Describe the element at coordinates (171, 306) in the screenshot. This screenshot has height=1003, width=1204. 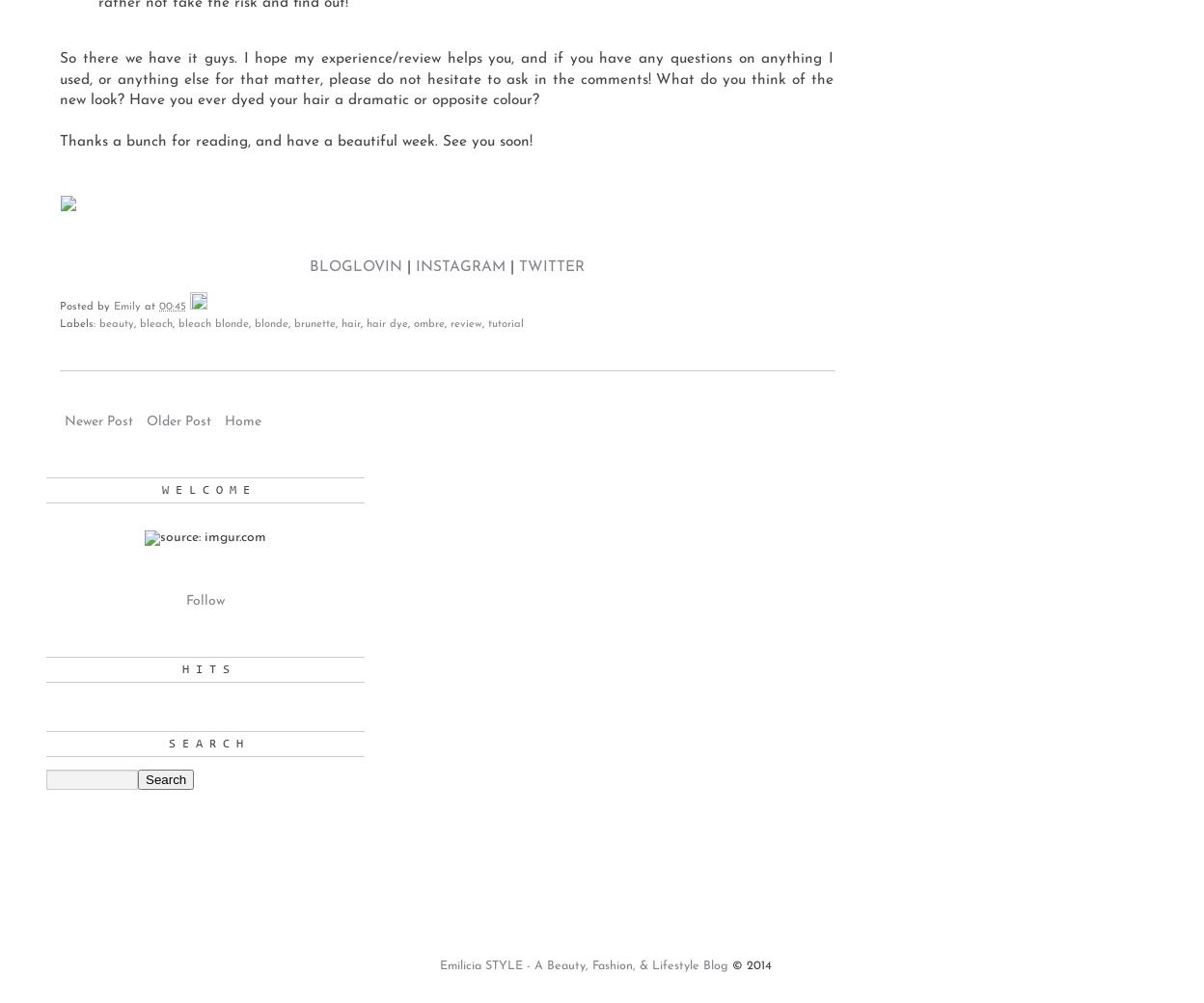
I see `'00:45'` at that location.